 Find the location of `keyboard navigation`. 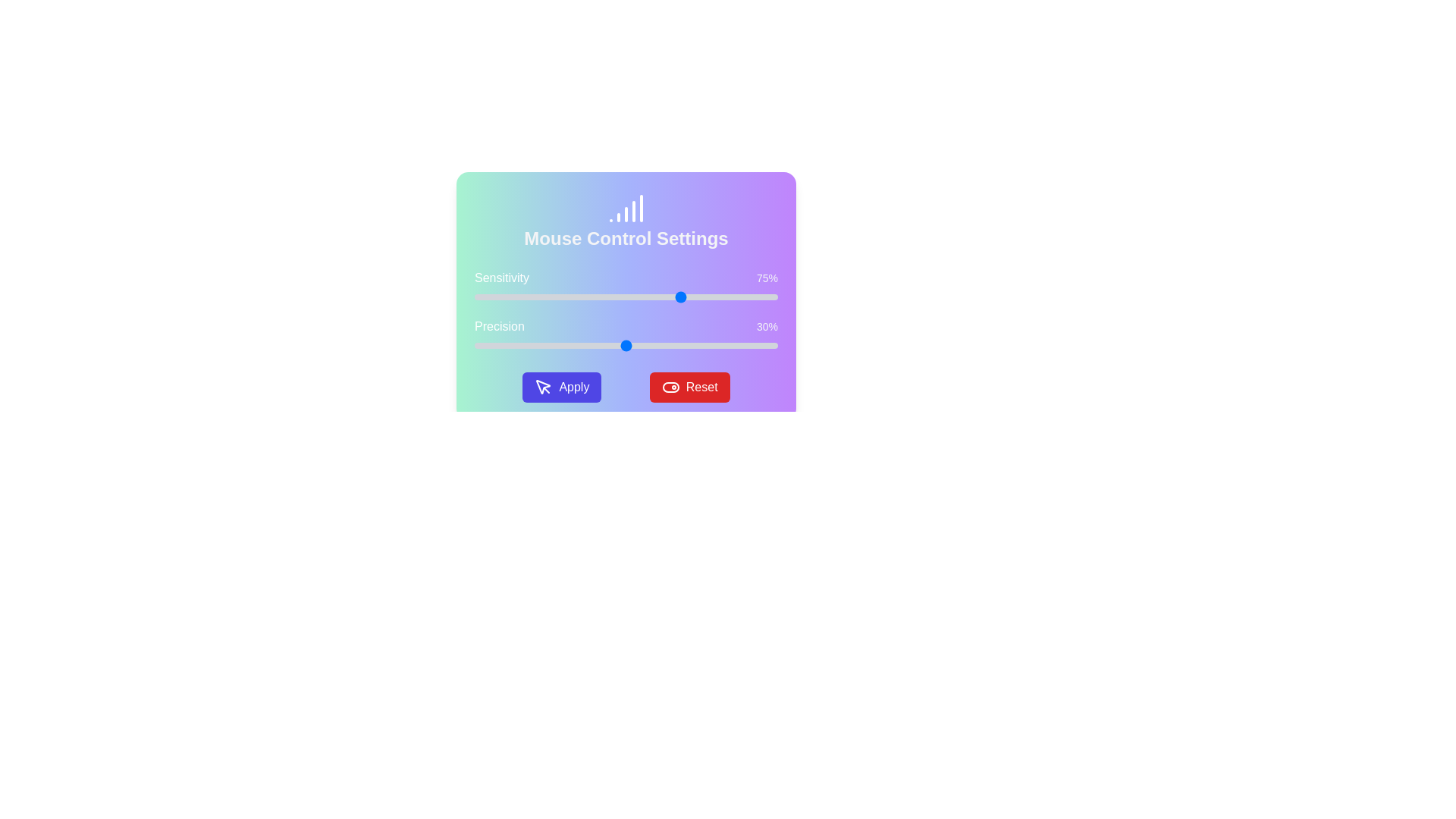

keyboard navigation is located at coordinates (670, 386).